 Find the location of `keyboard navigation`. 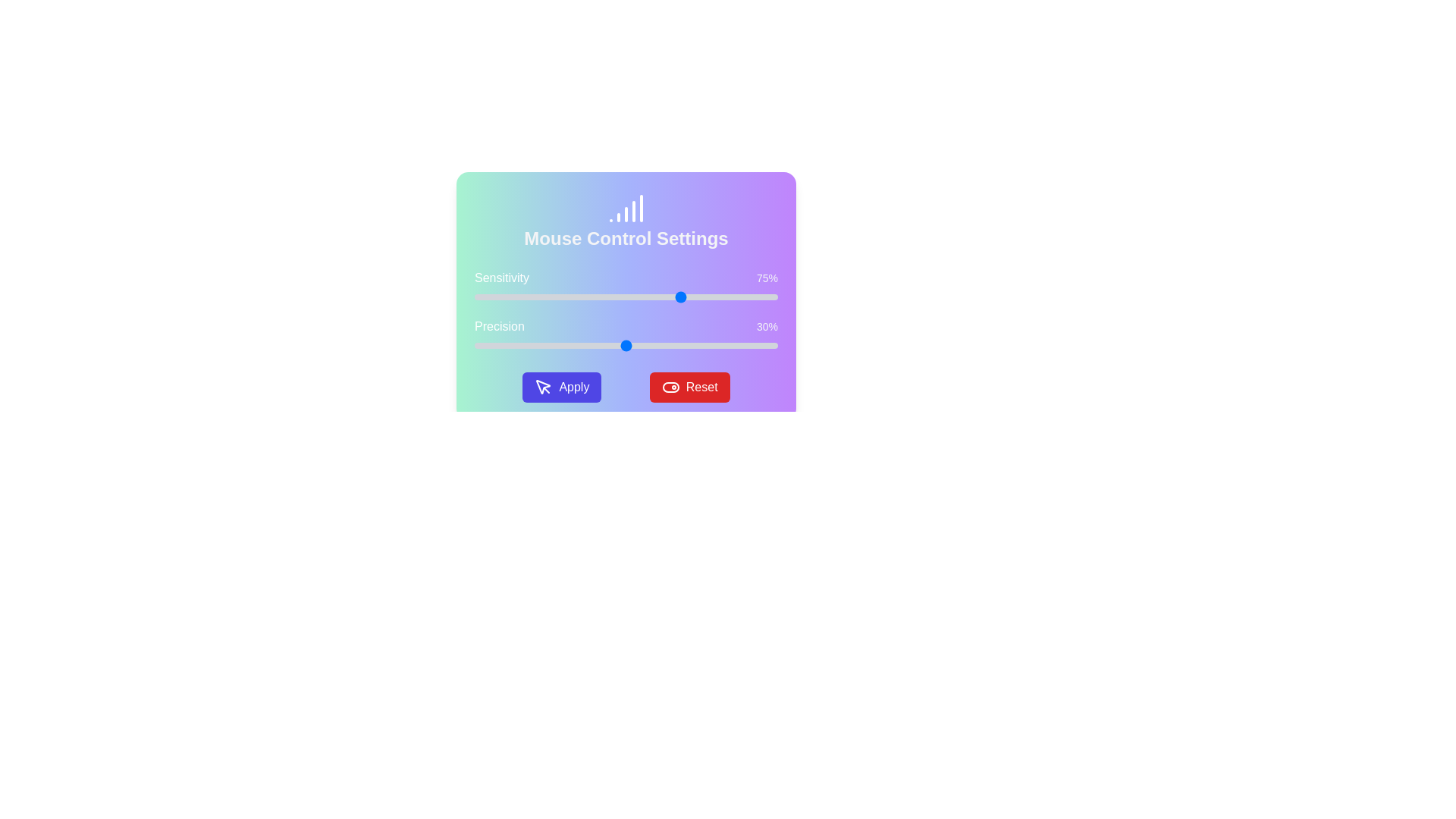

keyboard navigation is located at coordinates (670, 386).